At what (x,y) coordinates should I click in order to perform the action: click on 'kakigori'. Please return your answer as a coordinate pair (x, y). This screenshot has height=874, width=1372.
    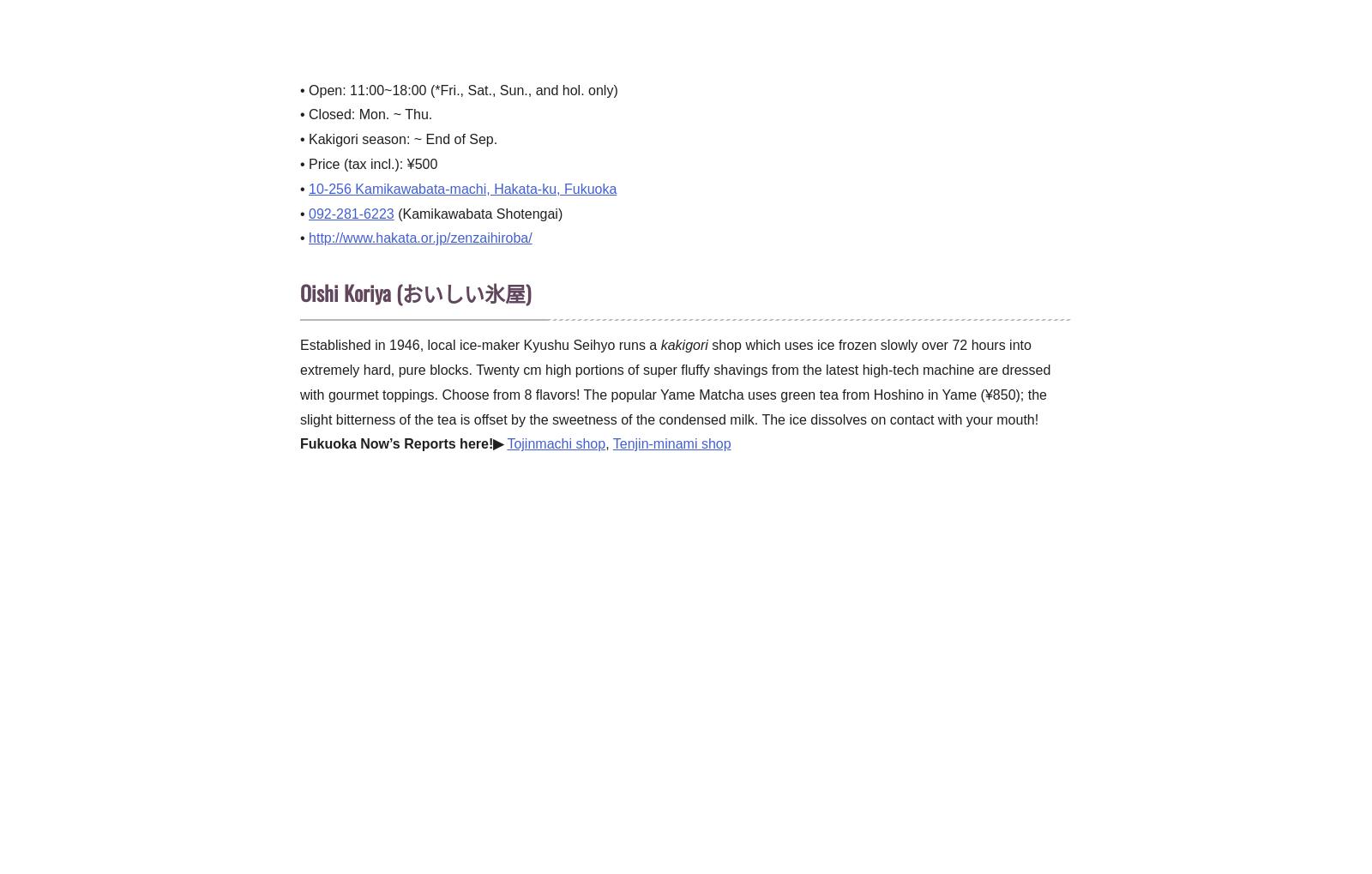
    Looking at the image, I should click on (683, 344).